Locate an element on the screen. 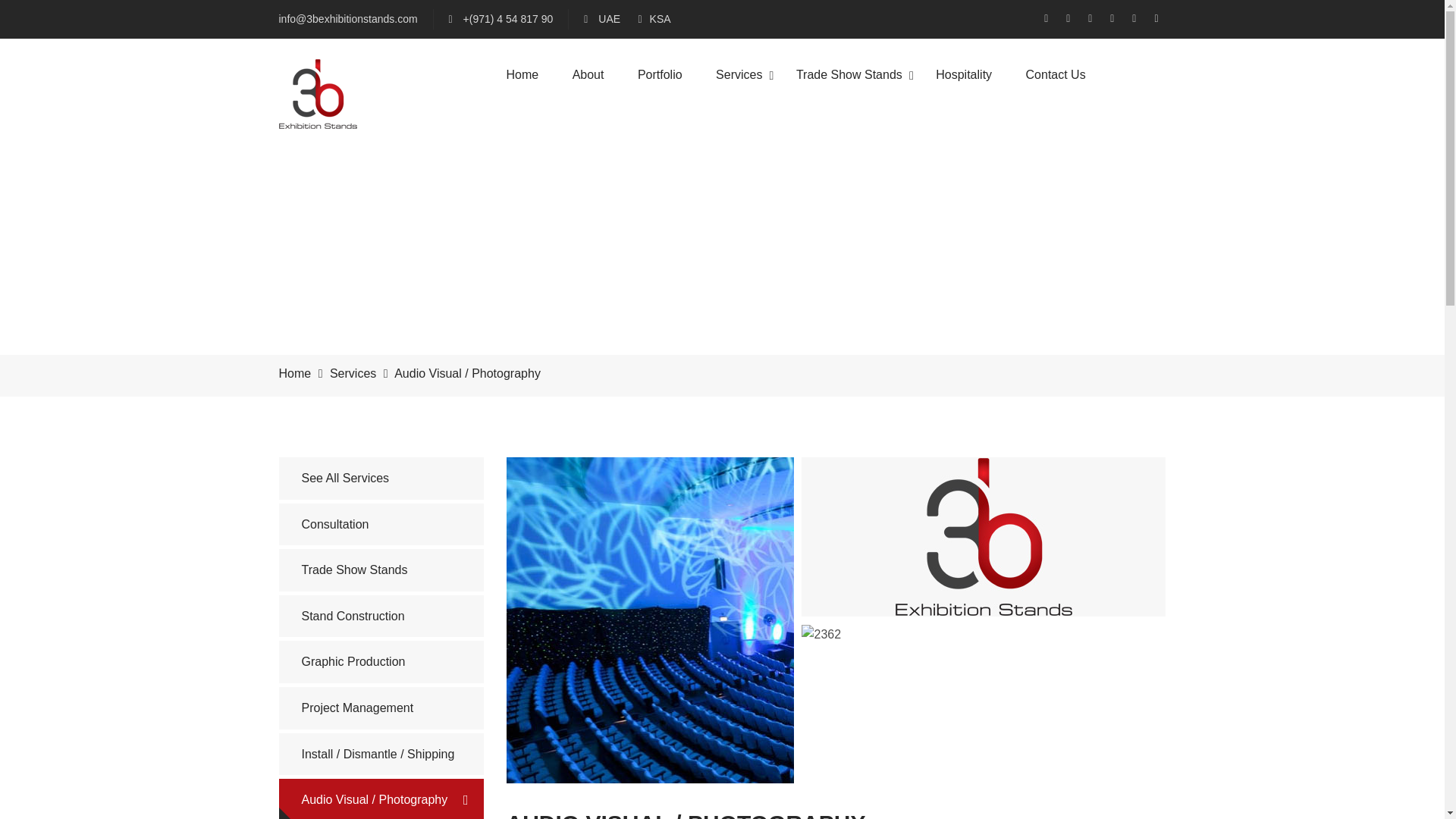 The height and width of the screenshot is (819, 1456). 'Consultation' is located at coordinates (381, 523).